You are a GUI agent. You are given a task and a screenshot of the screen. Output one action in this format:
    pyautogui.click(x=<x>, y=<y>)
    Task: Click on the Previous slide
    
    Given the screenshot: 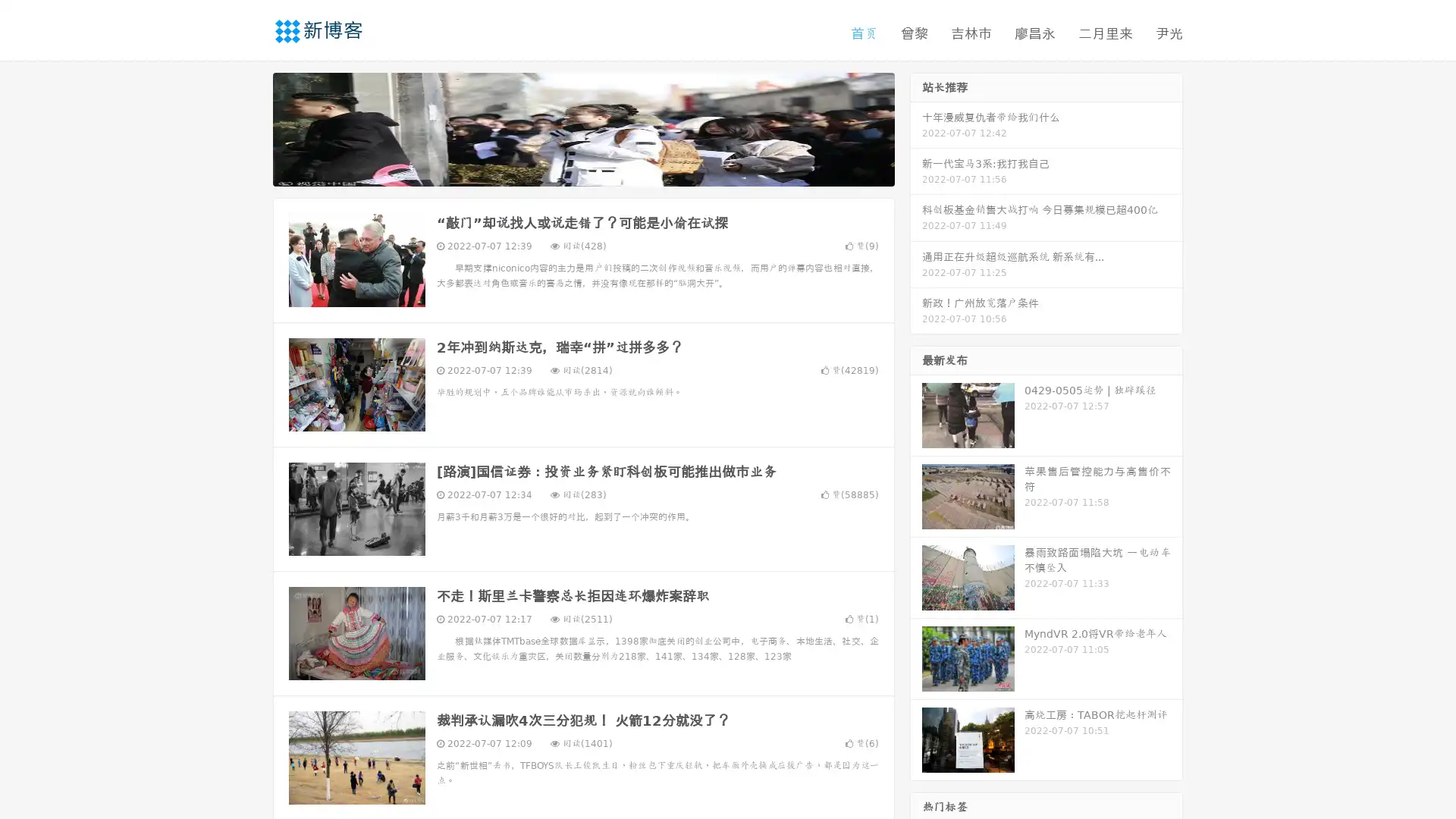 What is the action you would take?
    pyautogui.click(x=250, y=127)
    